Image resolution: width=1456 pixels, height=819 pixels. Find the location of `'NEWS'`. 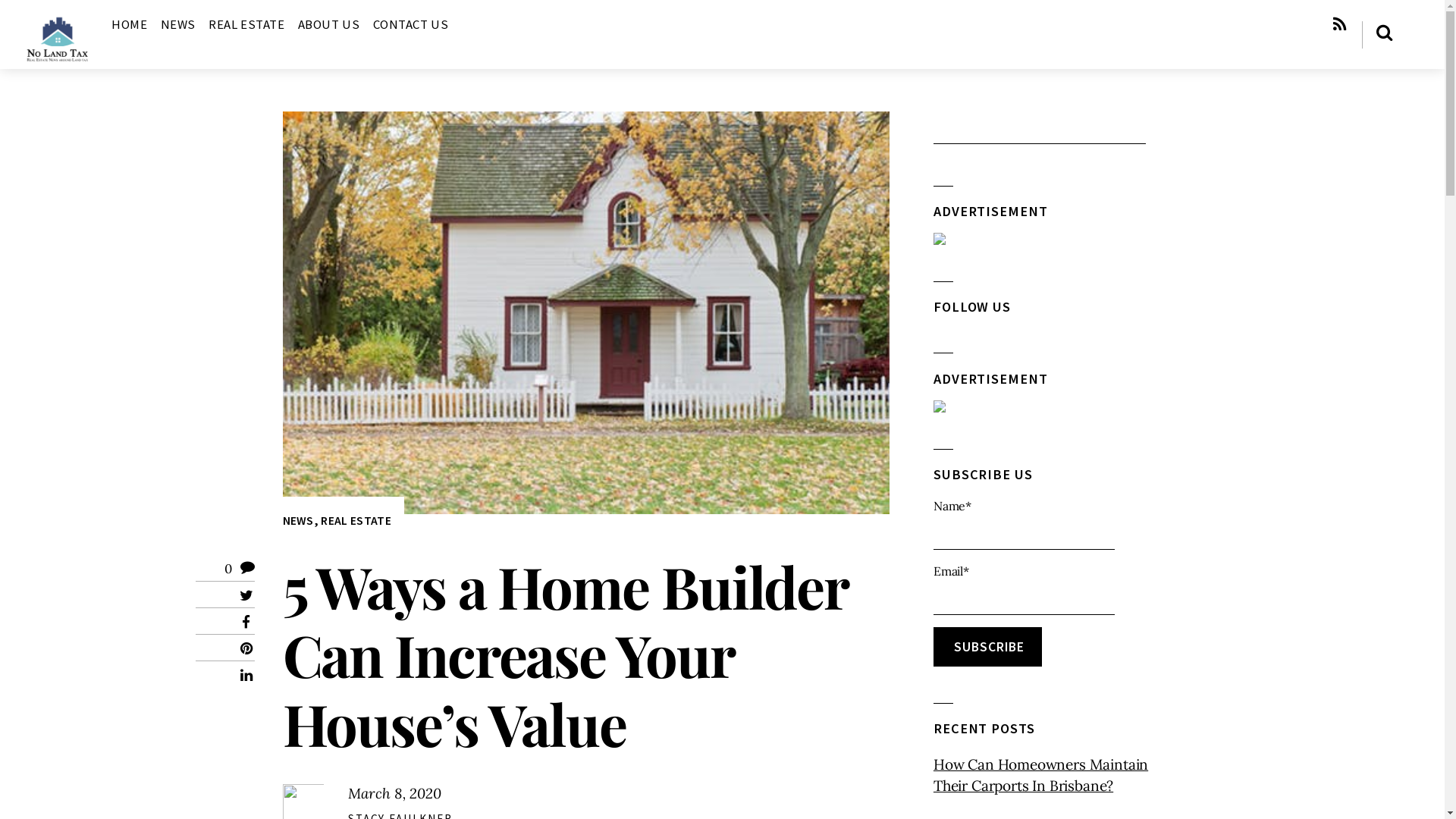

'NEWS' is located at coordinates (297, 519).